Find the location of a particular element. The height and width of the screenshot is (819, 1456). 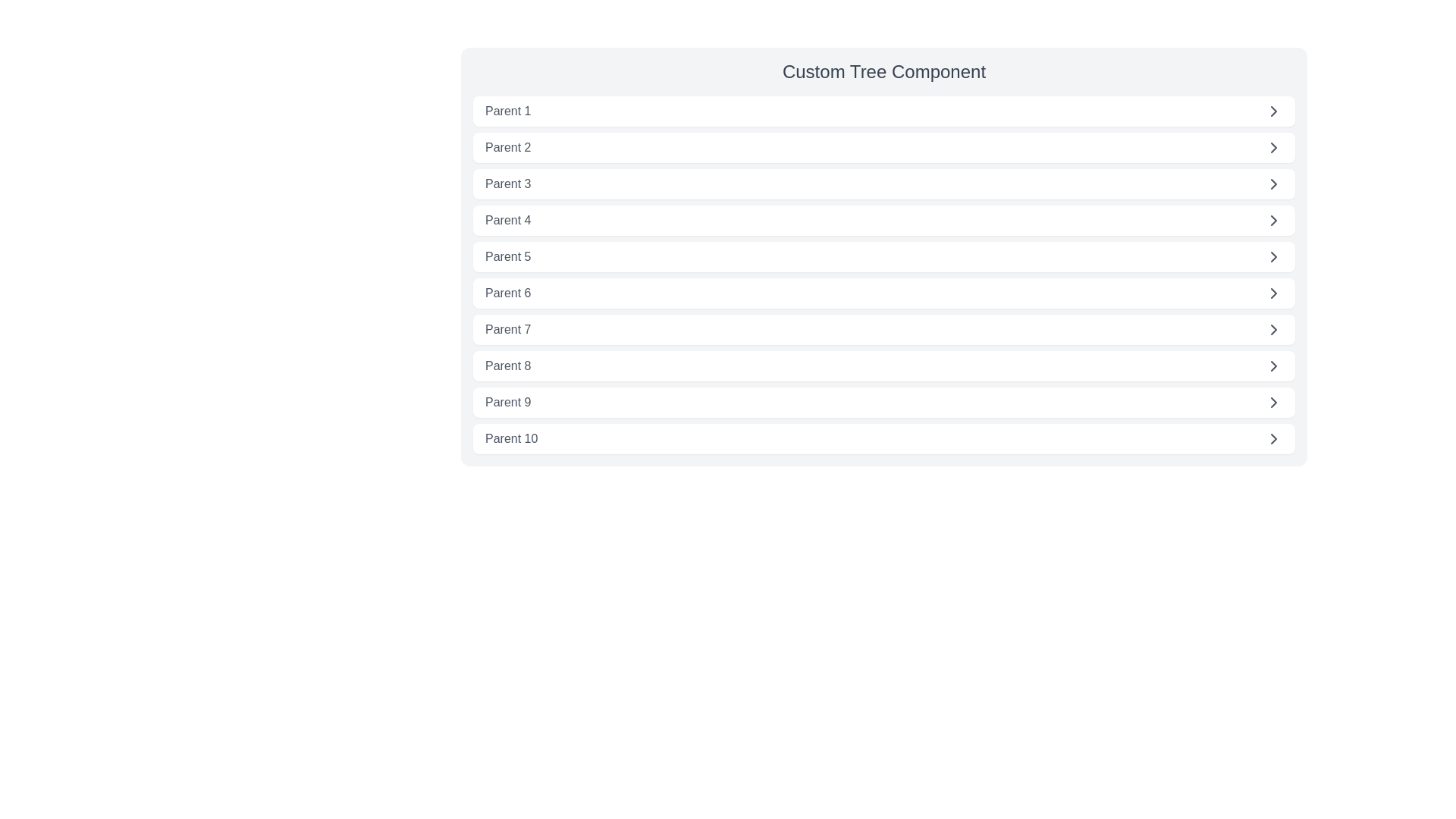

the sixth item in the 'Custom Tree Component' list is located at coordinates (884, 293).